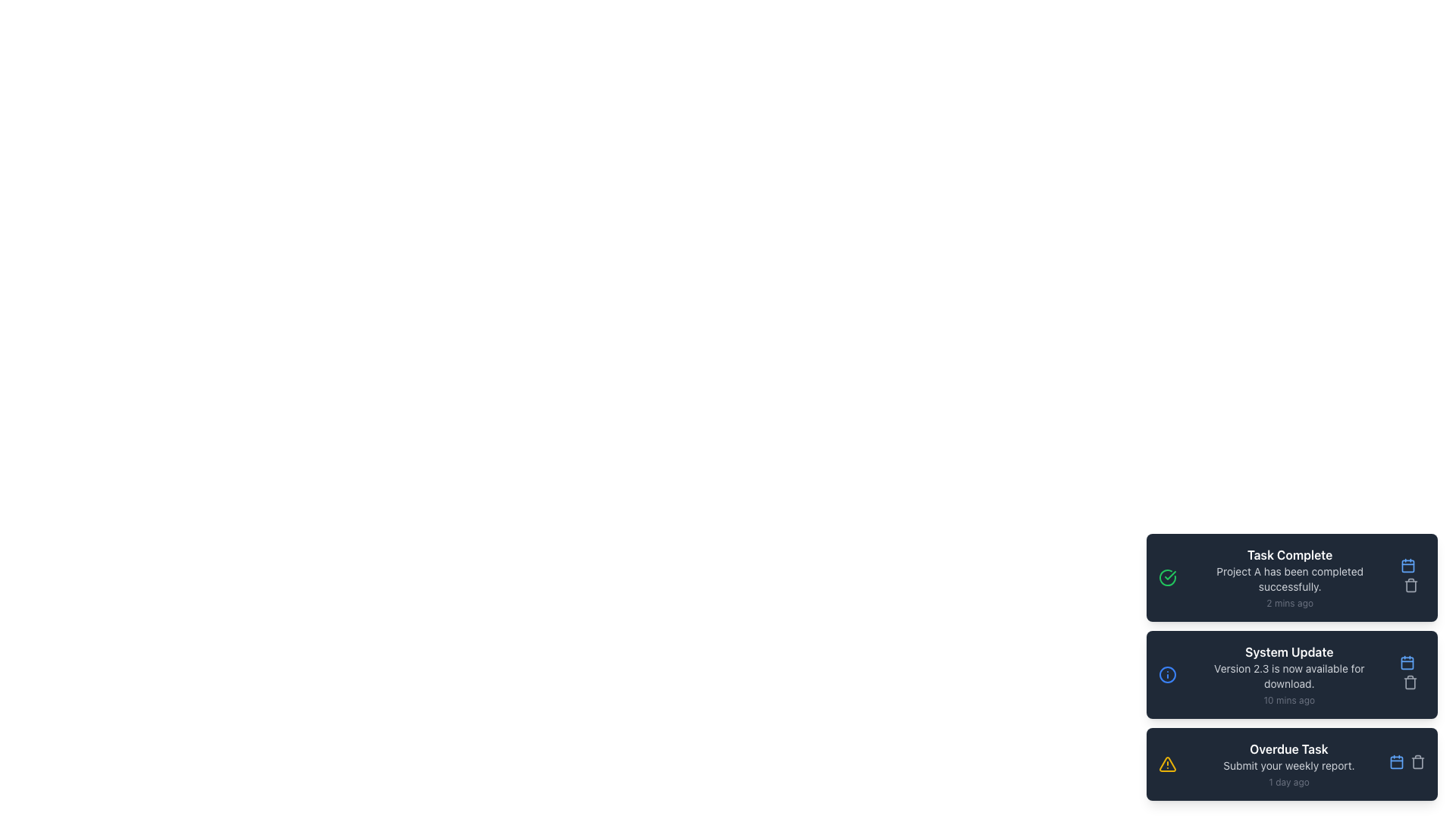  What do you see at coordinates (1288, 766) in the screenshot?
I see `the text label element that reads 'Submit your weekly report.' which is centrally positioned within the third notification card, below the 'Overdue Task' title` at bounding box center [1288, 766].